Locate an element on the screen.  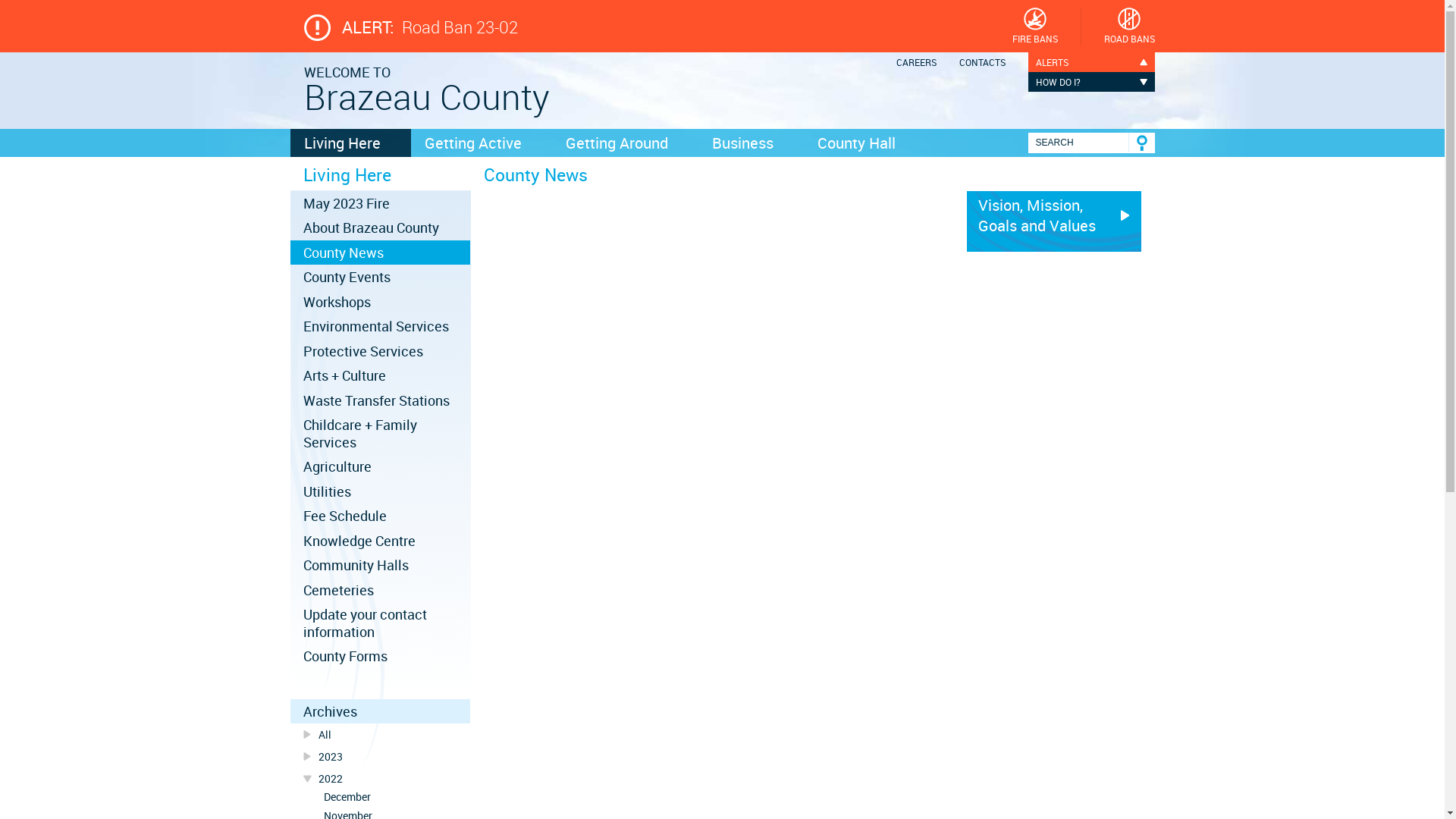
'Agriculture' is located at coordinates (290, 465).